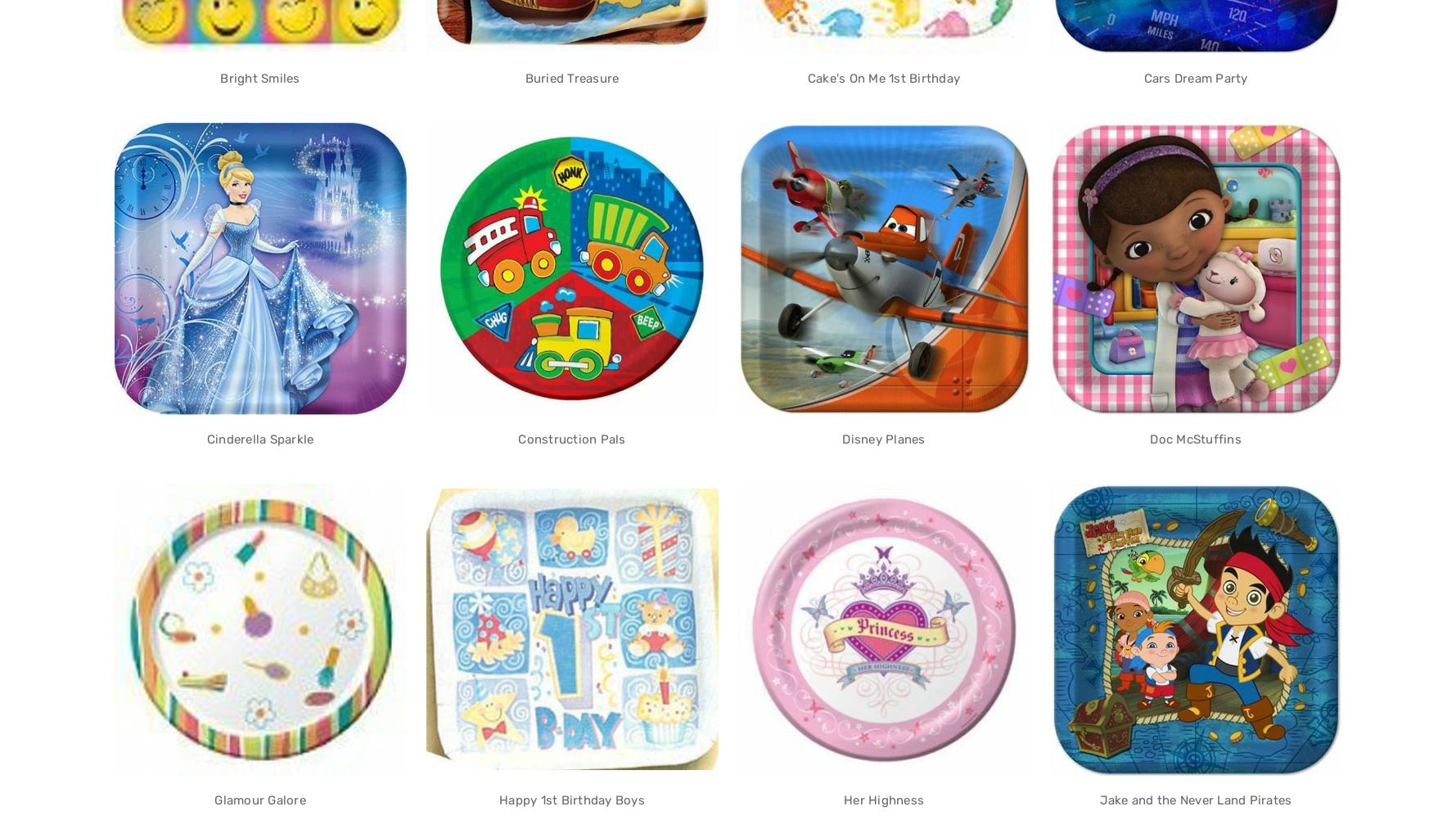 The width and height of the screenshot is (1456, 838). What do you see at coordinates (882, 438) in the screenshot?
I see `'Disney Planes'` at bounding box center [882, 438].